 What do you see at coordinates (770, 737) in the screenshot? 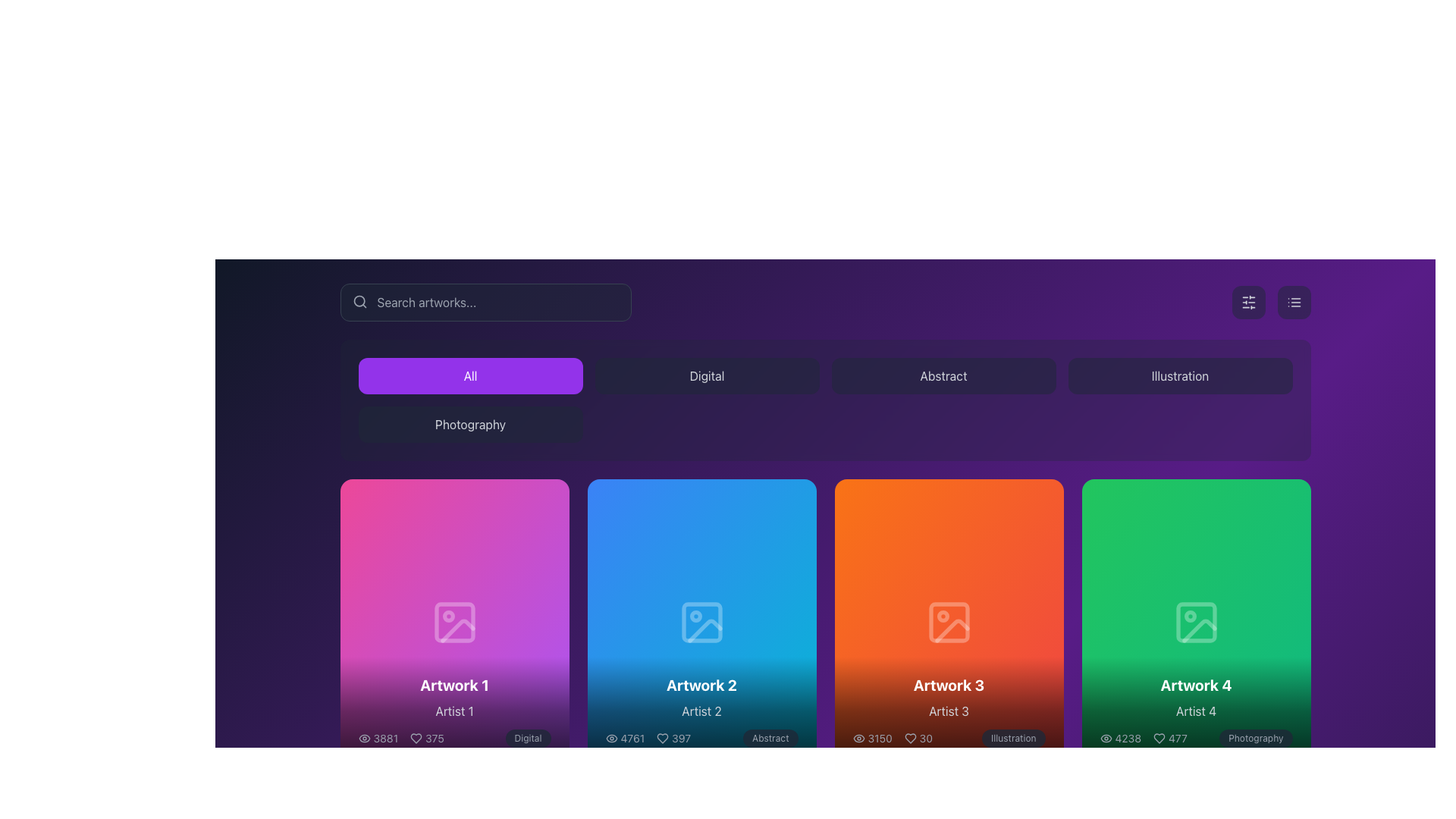
I see `text 'Abstract' displayed on the small, rectangular, dark gray button located at the bottom center of the second artwork card in the grid` at bounding box center [770, 737].